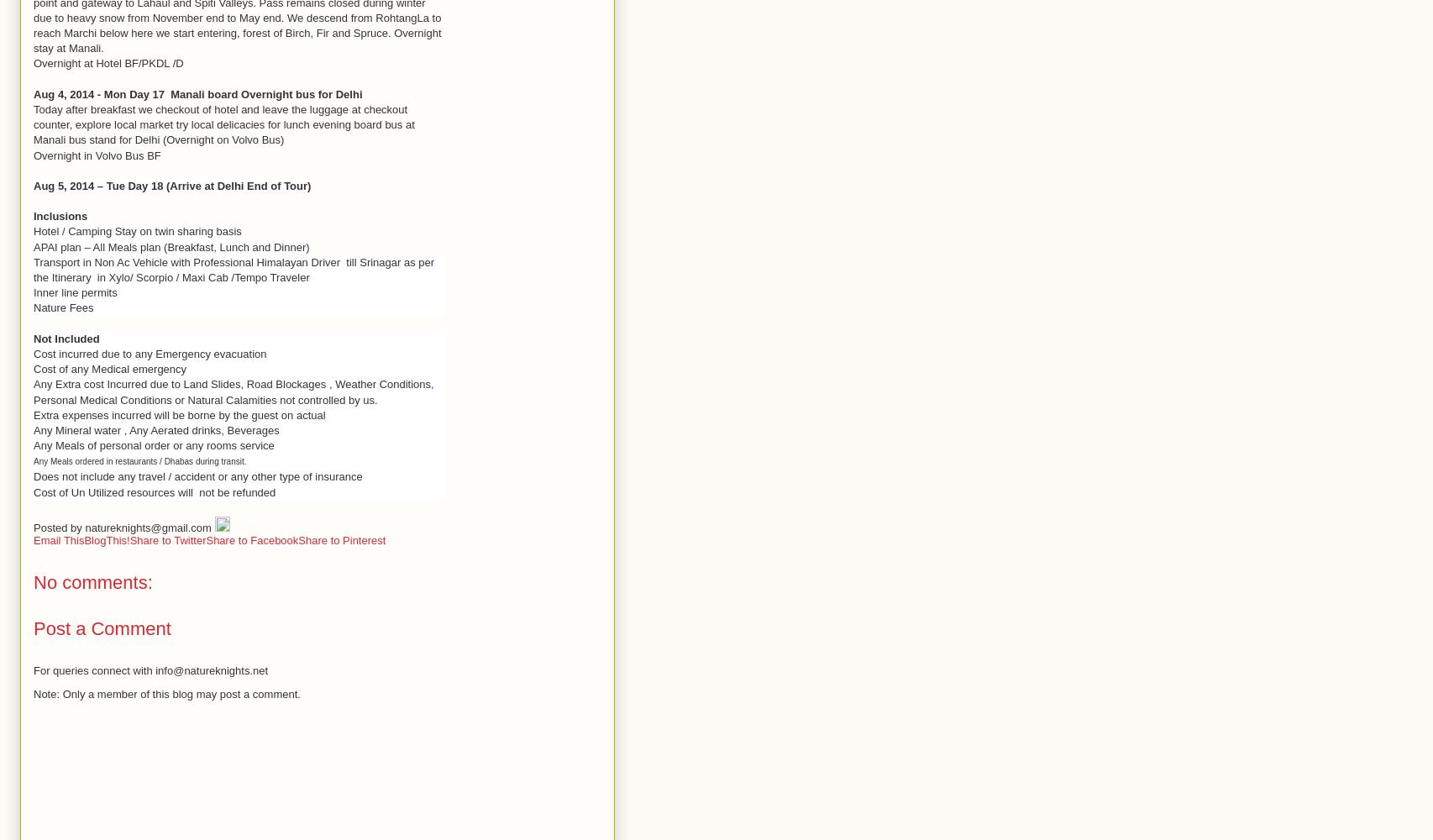 The width and height of the screenshot is (1433, 840). I want to click on 'Share to Pinterest', so click(342, 540).